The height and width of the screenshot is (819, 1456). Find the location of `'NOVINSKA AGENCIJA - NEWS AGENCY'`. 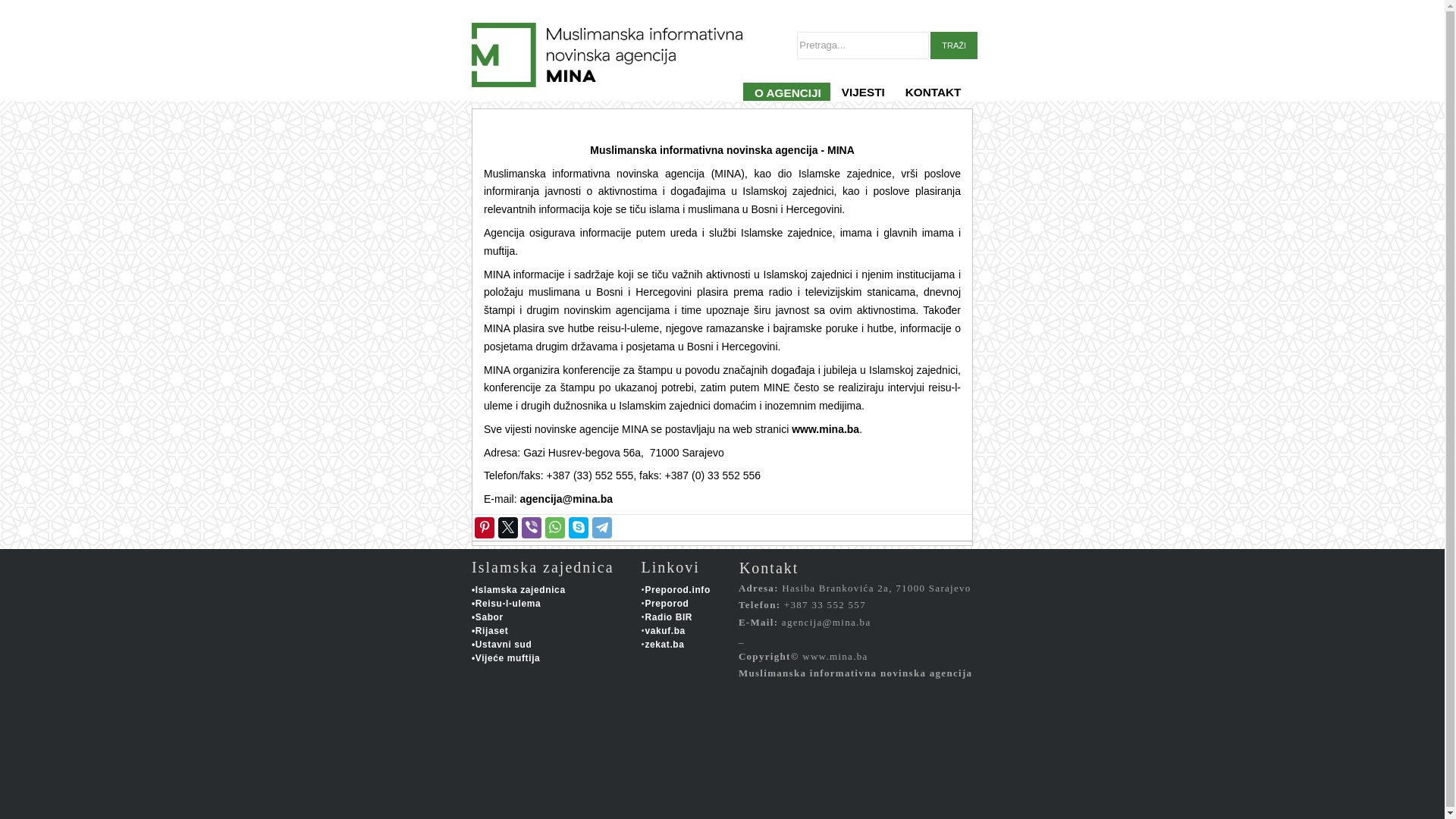

'NOVINSKA AGENCIJA - NEWS AGENCY' is located at coordinates (628, 101).